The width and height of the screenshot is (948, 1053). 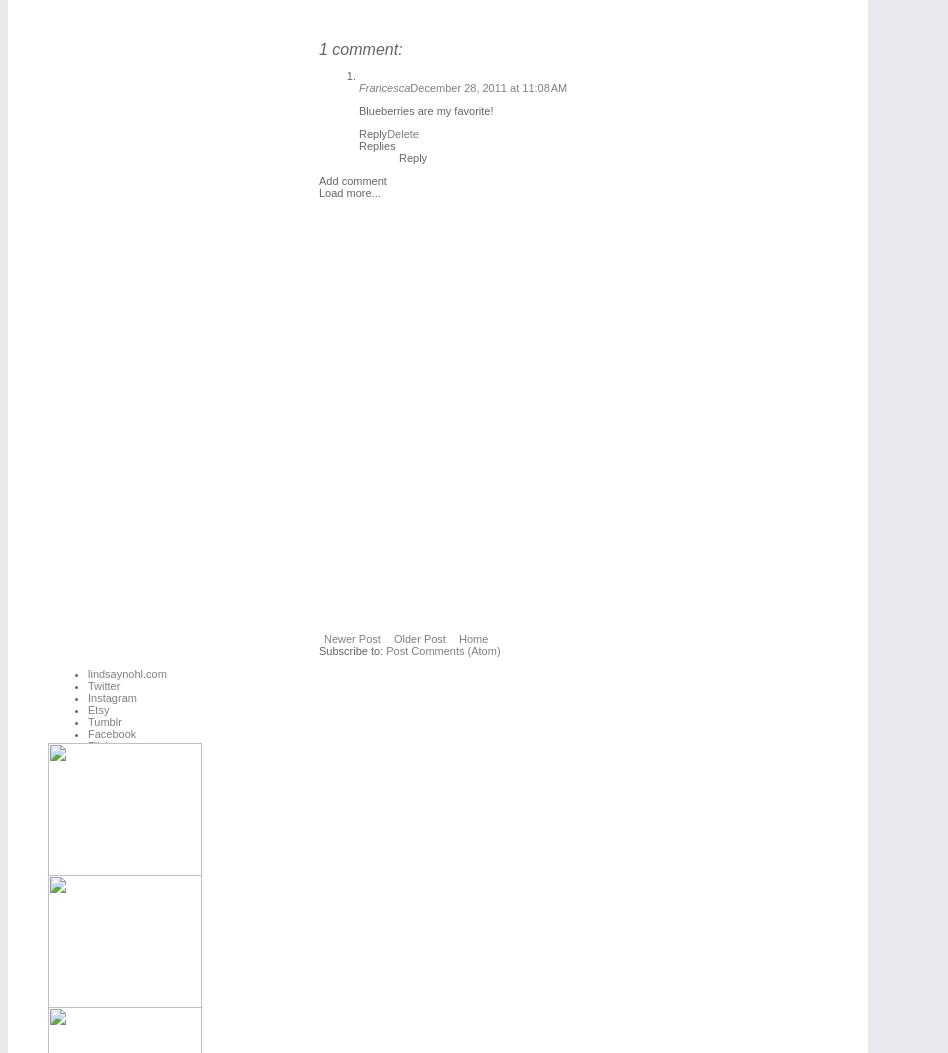 What do you see at coordinates (352, 649) in the screenshot?
I see `'Subscribe to:'` at bounding box center [352, 649].